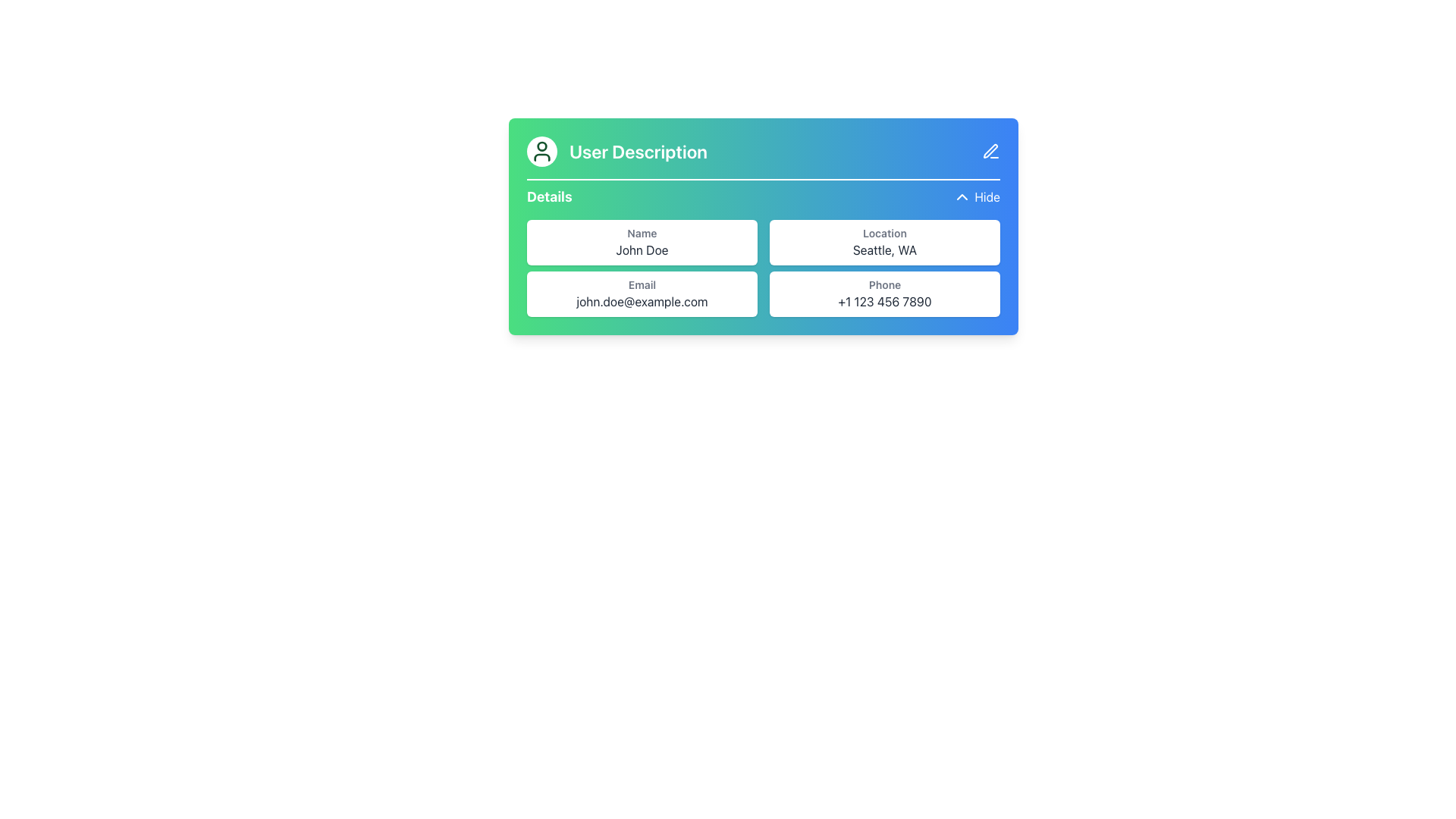  What do you see at coordinates (961, 196) in the screenshot?
I see `the Chevron icon` at bounding box center [961, 196].